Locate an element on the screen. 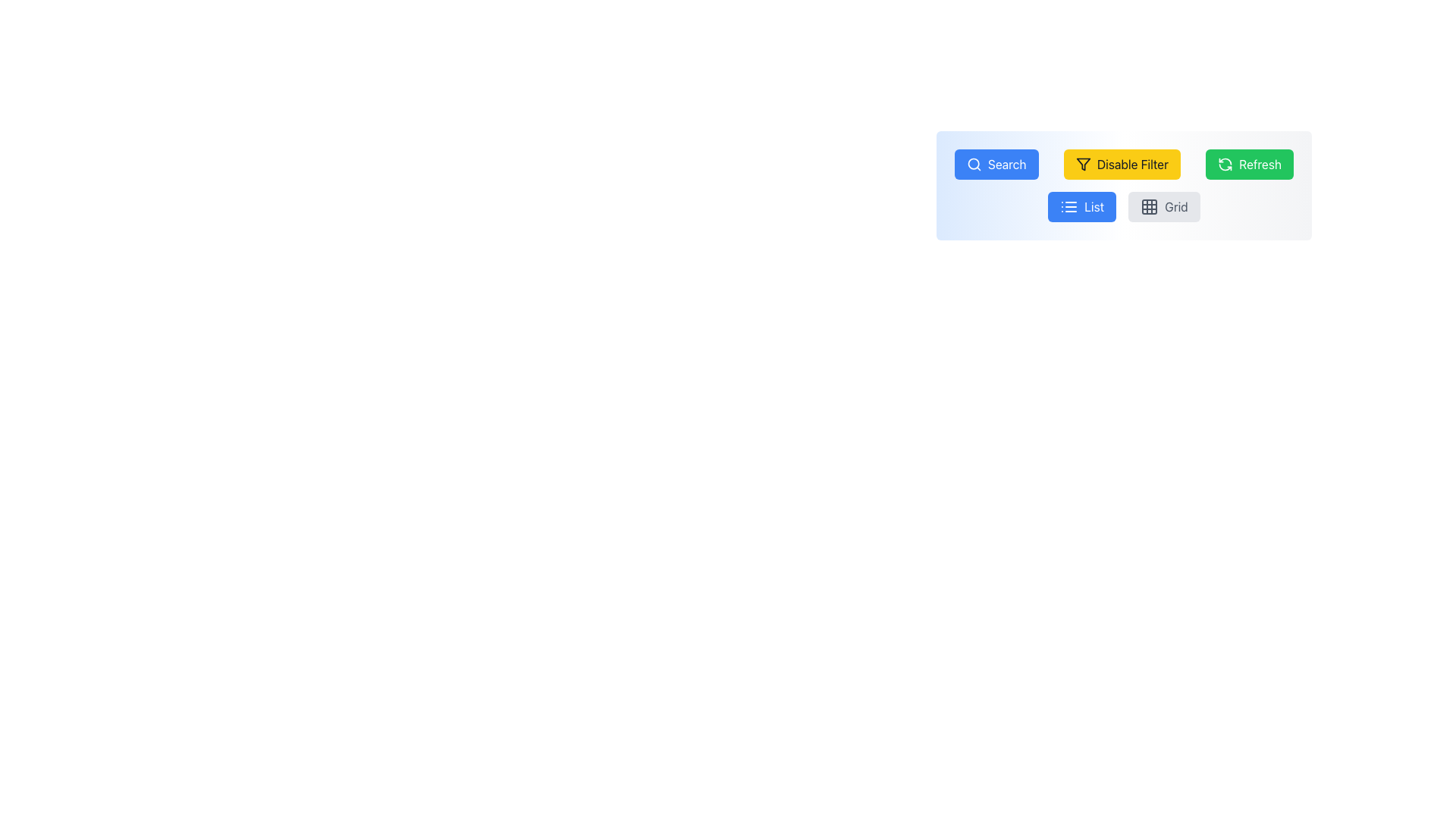 This screenshot has height=819, width=1456. the 'Search' button located in the top-right corner of the interface, which contains a magnifying glass icon represented by a circle is located at coordinates (973, 164).